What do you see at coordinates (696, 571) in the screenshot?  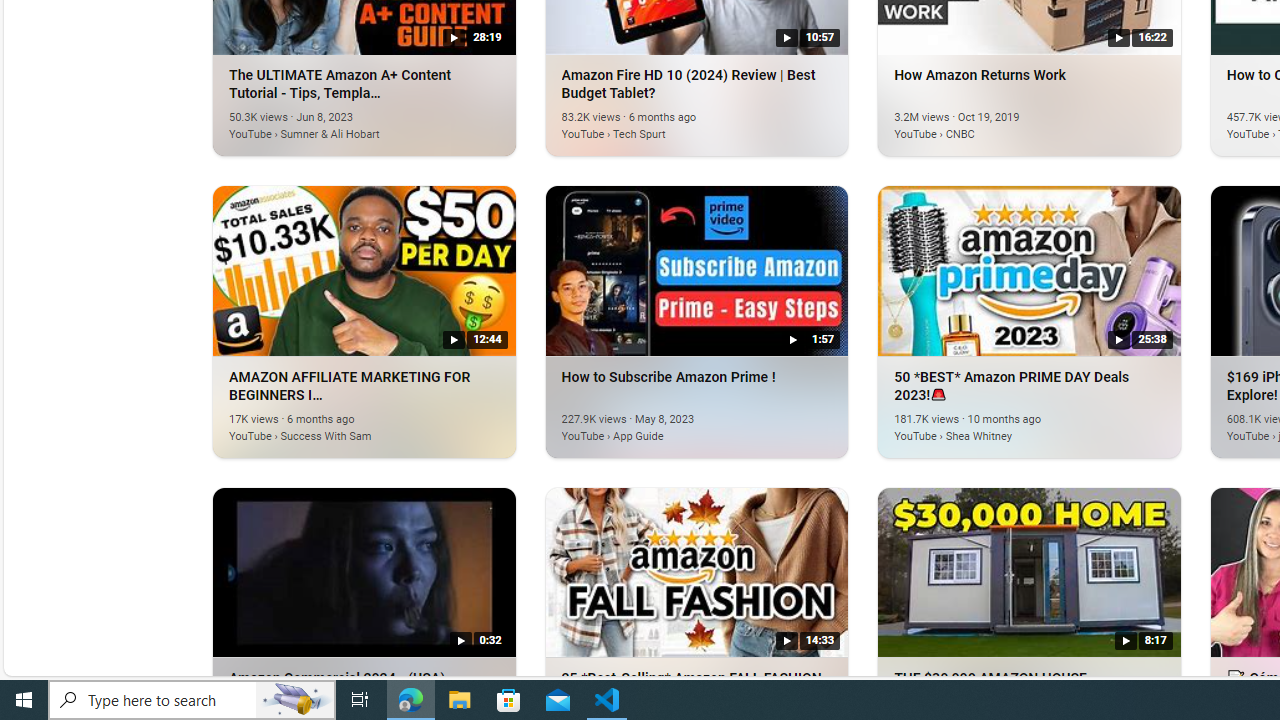 I see `'25 *Best-Selling* Amazon FALL FASHION 2023!'` at bounding box center [696, 571].